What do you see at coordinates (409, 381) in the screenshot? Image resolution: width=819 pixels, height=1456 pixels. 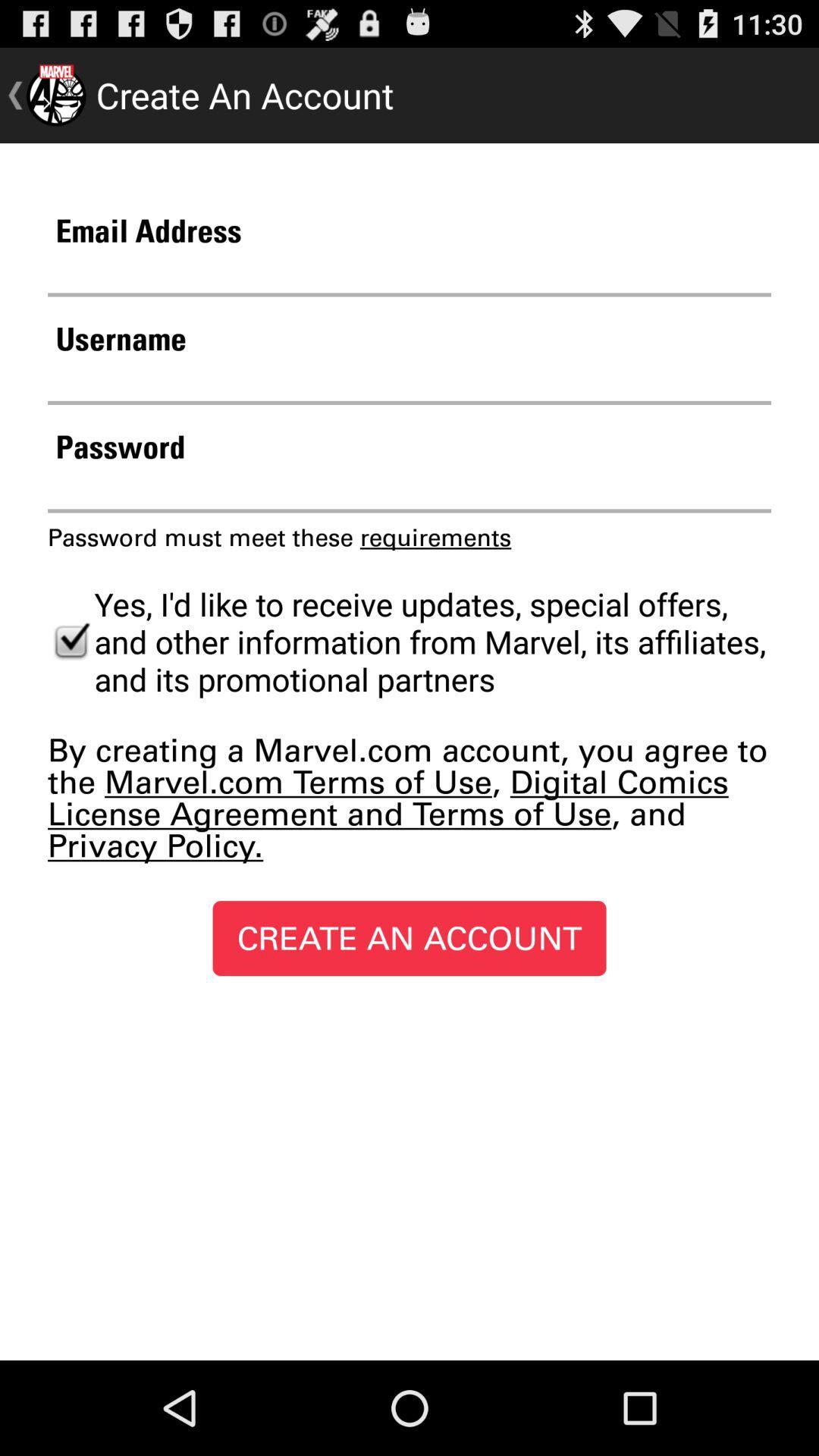 I see `text box` at bounding box center [409, 381].